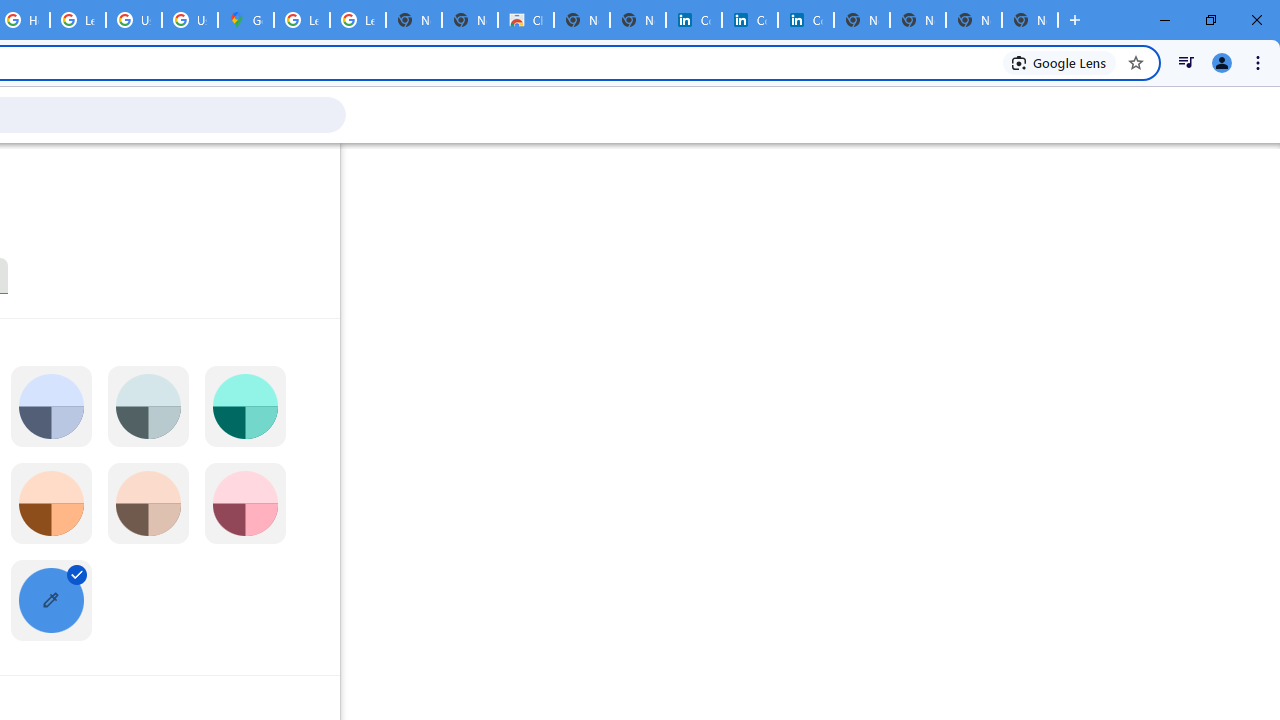  I want to click on 'Google Maps', so click(244, 20).